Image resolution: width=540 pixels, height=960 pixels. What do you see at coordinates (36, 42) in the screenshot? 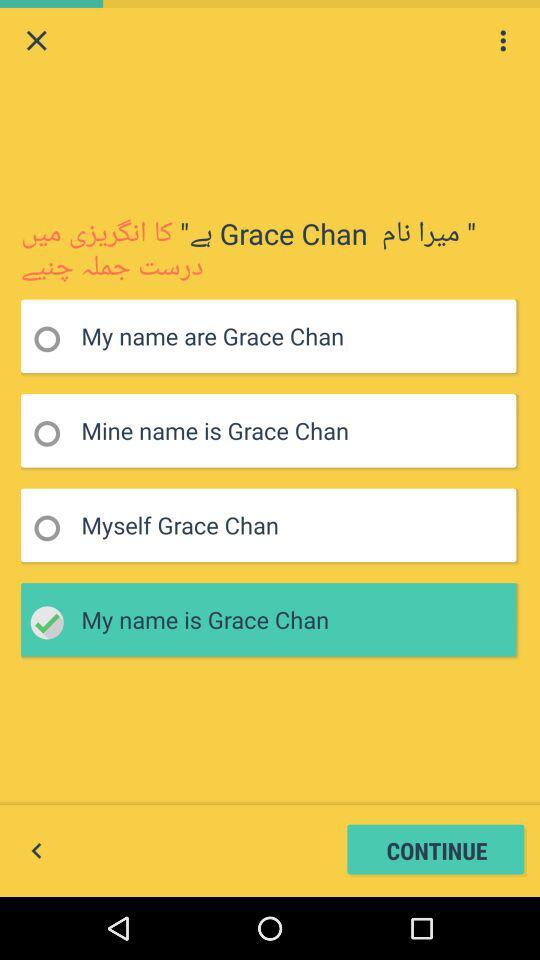
I see `the close icon` at bounding box center [36, 42].